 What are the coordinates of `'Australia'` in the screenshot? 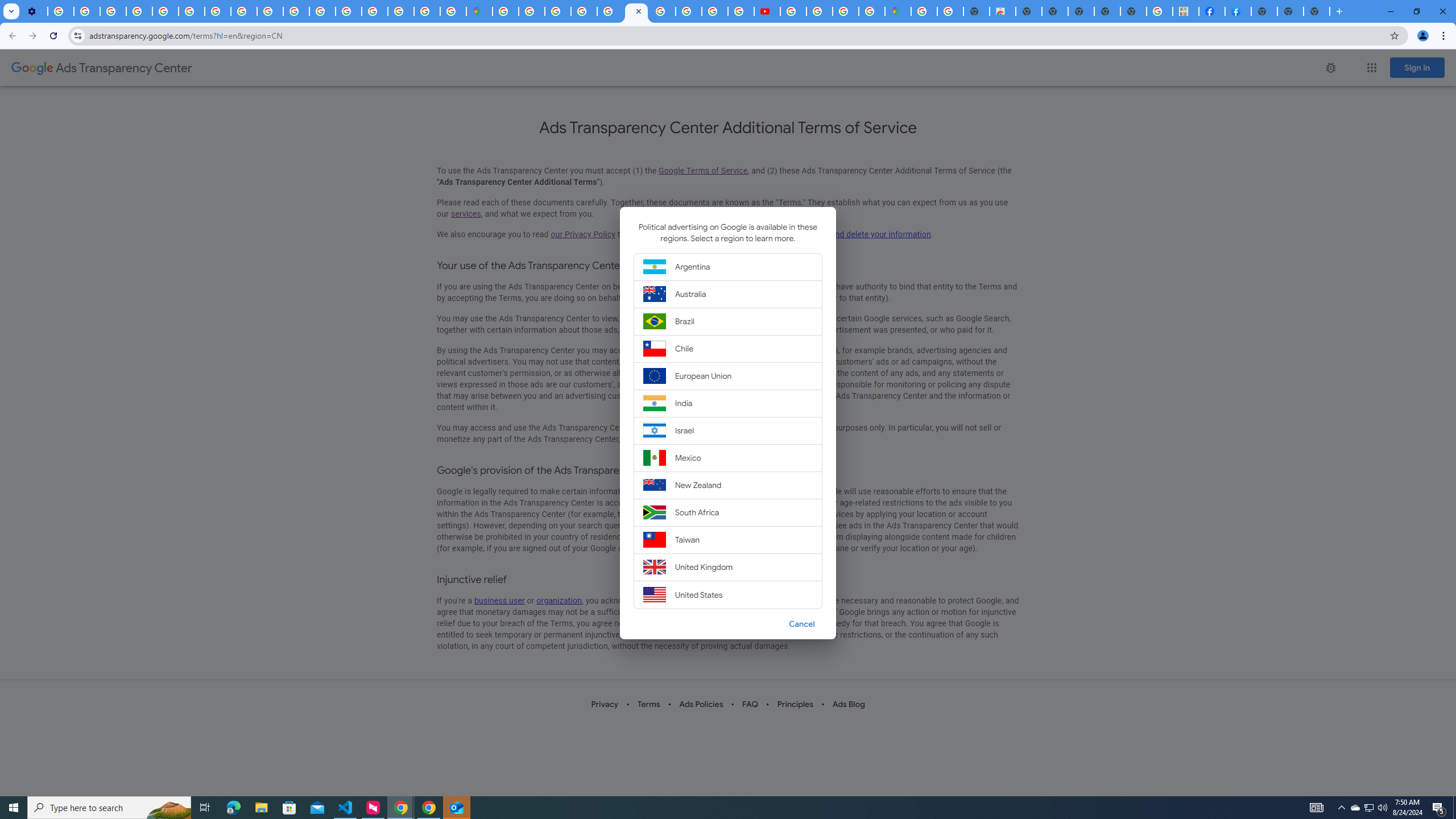 It's located at (728, 293).